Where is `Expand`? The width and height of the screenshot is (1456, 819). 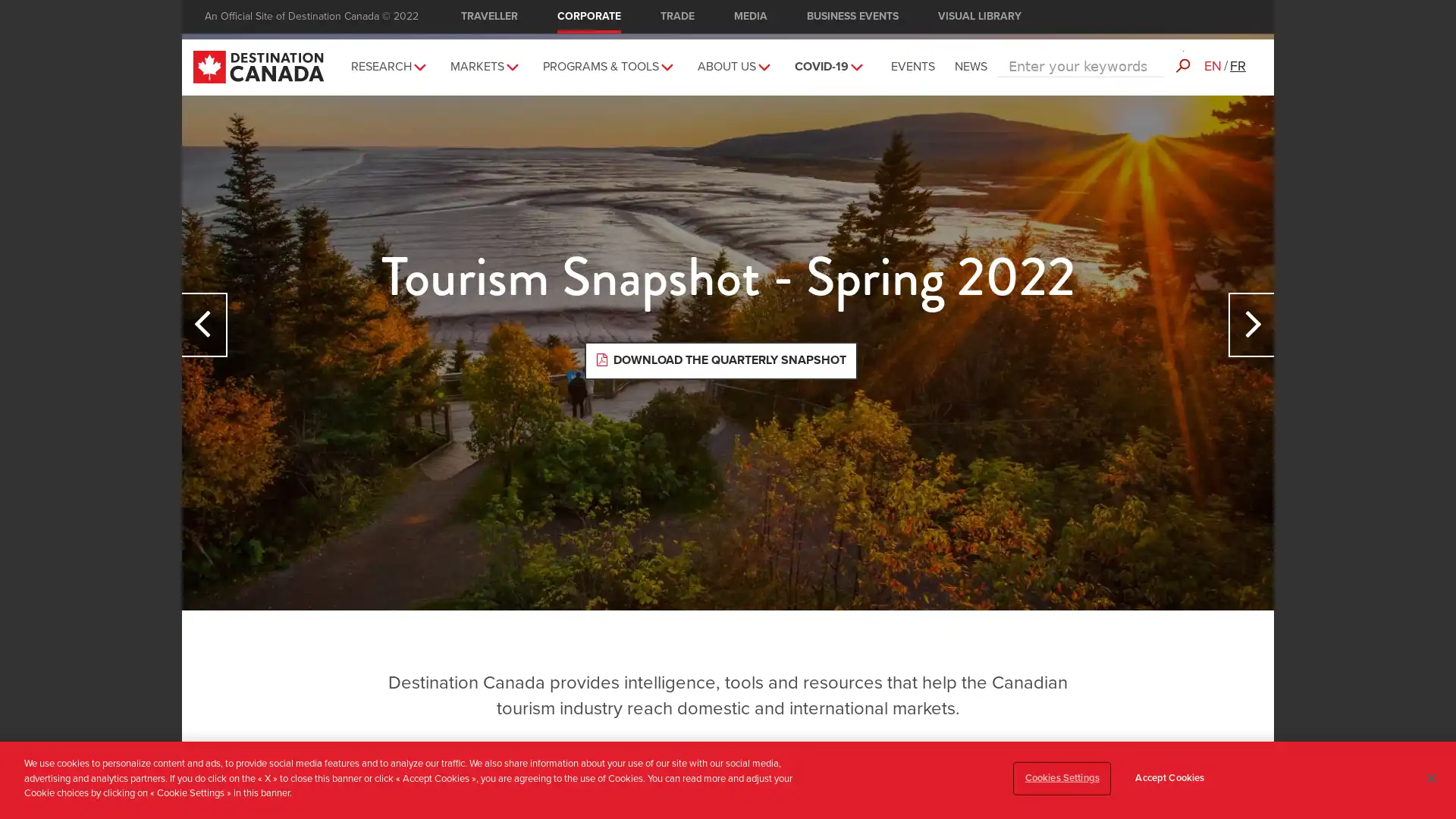
Expand is located at coordinates (761, 61).